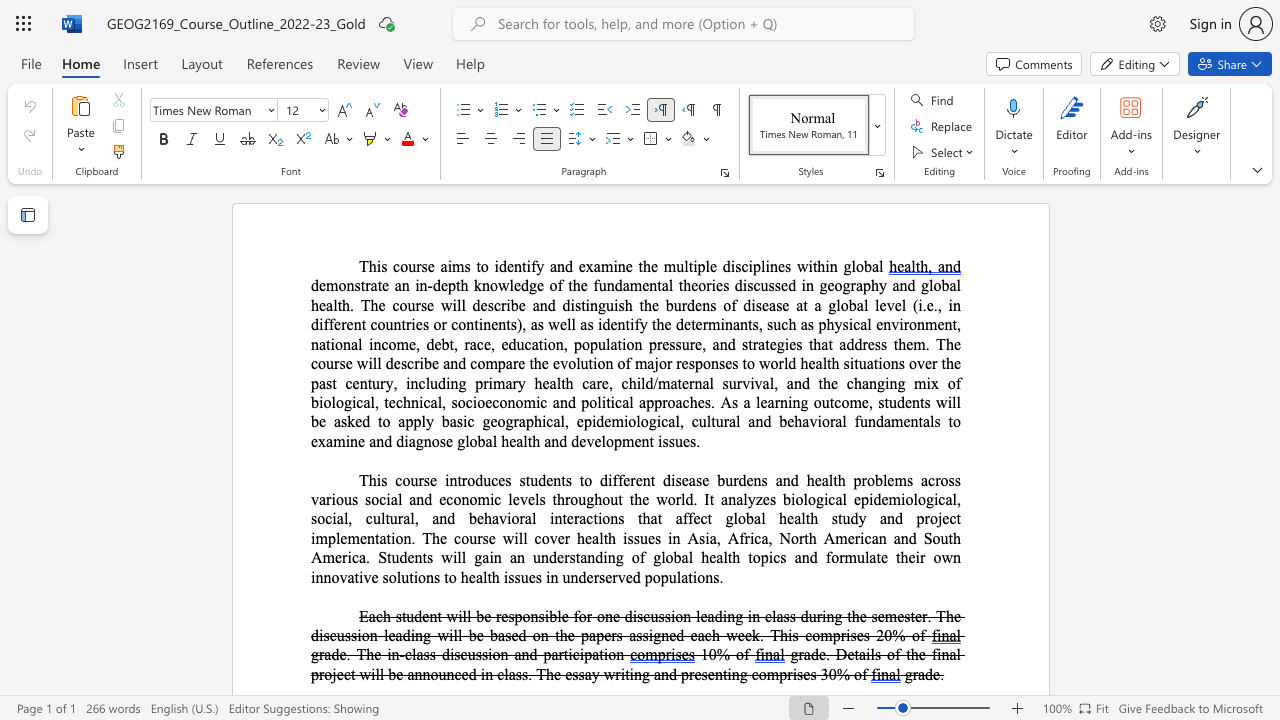  I want to click on the 11th character "t" in the text, so click(679, 383).